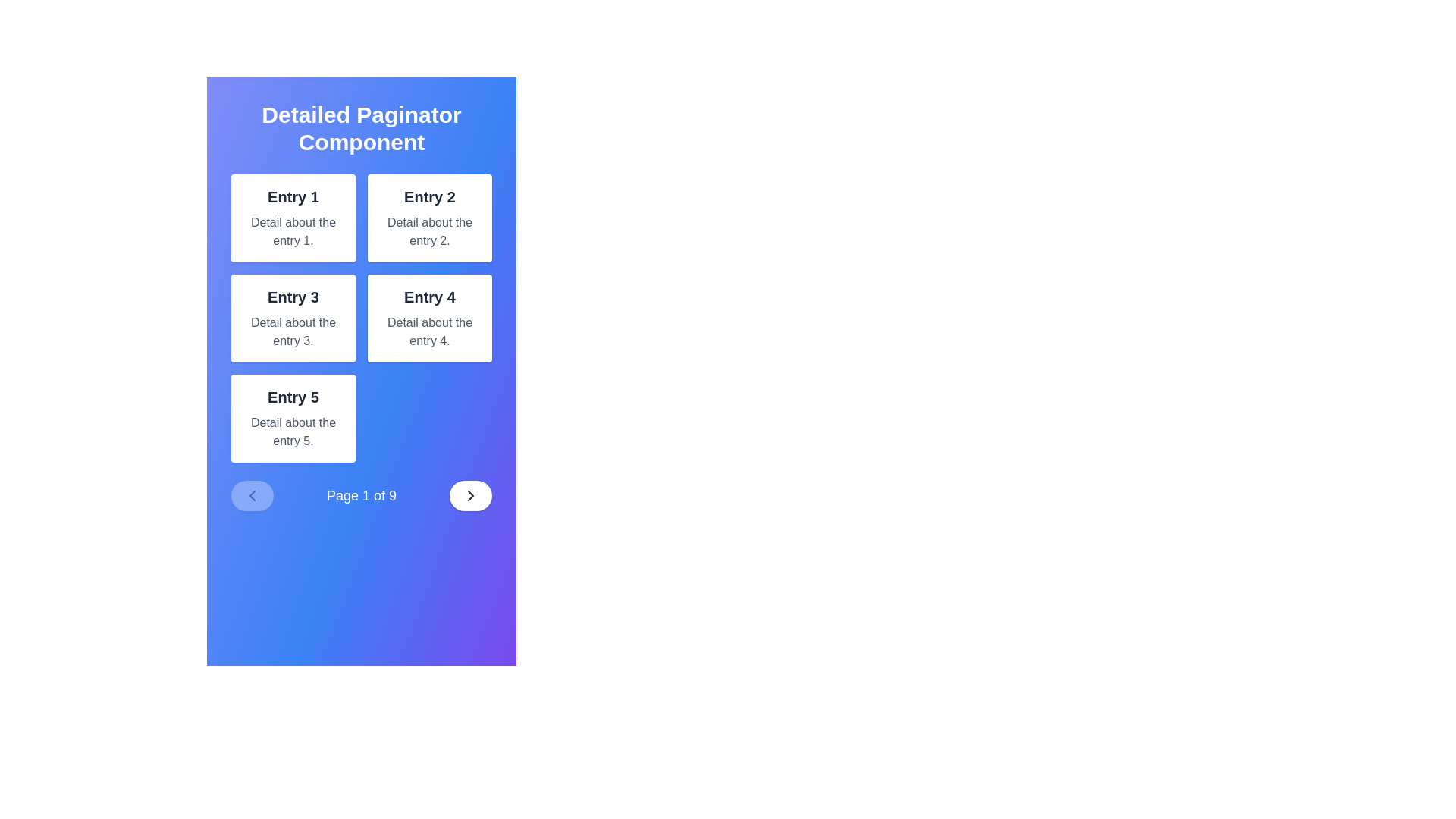 The image size is (1456, 819). What do you see at coordinates (428, 318) in the screenshot?
I see `the Information card displaying a summary related to 'Entry 4', located in the second column and second row of the grid layout` at bounding box center [428, 318].